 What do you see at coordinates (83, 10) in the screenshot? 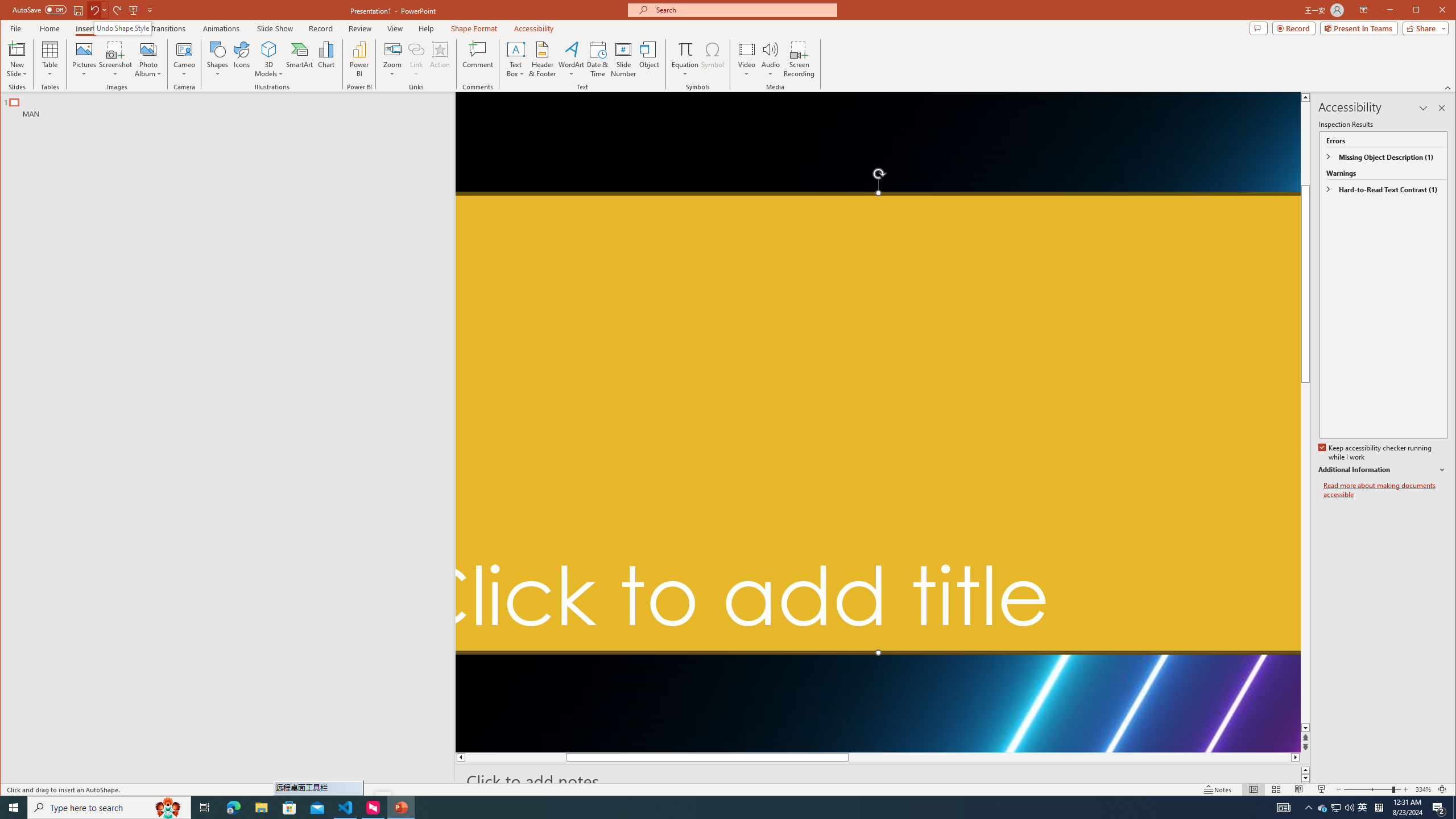
I see `'Quick Access Toolbar'` at bounding box center [83, 10].